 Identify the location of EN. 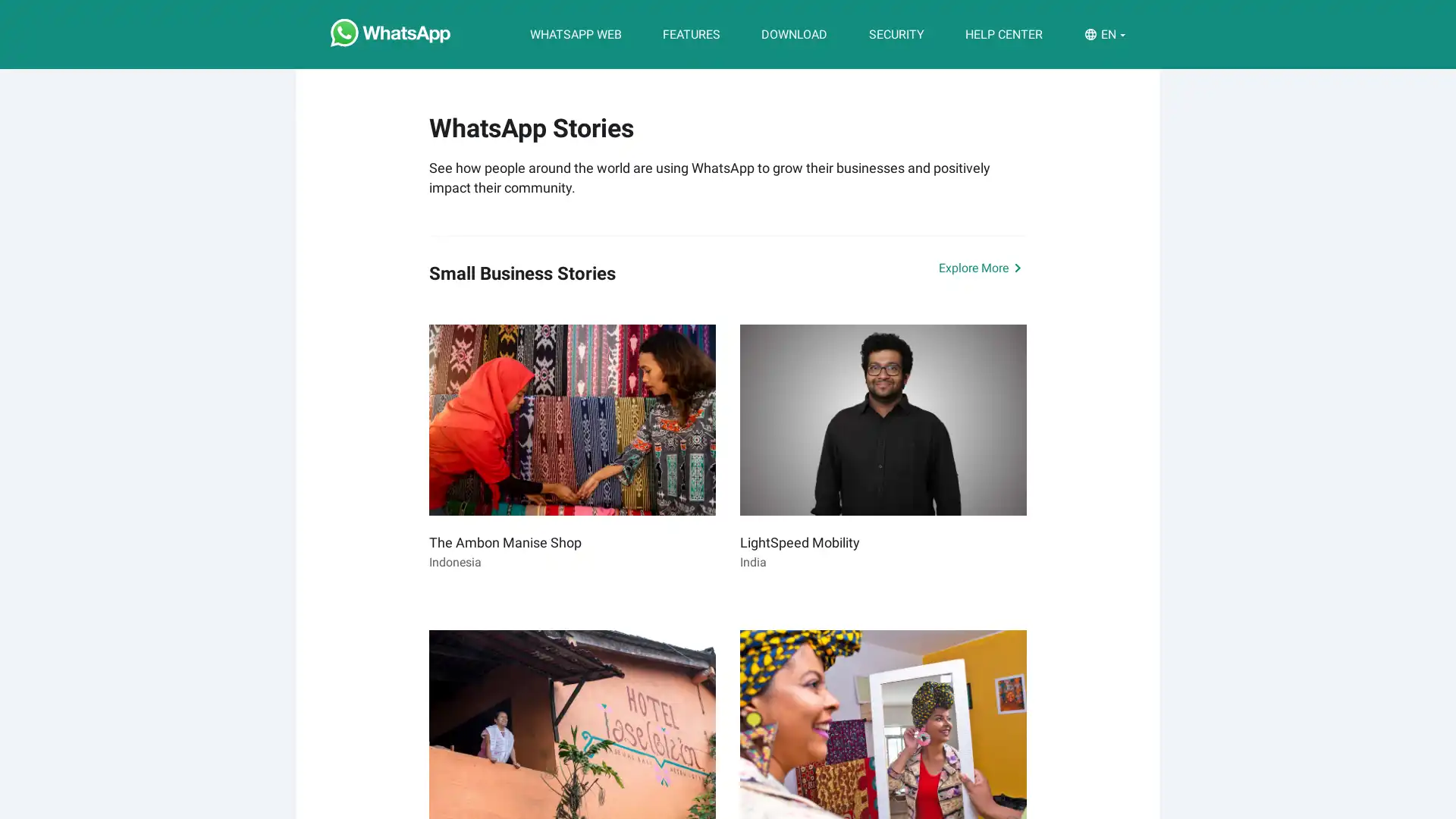
(1105, 34).